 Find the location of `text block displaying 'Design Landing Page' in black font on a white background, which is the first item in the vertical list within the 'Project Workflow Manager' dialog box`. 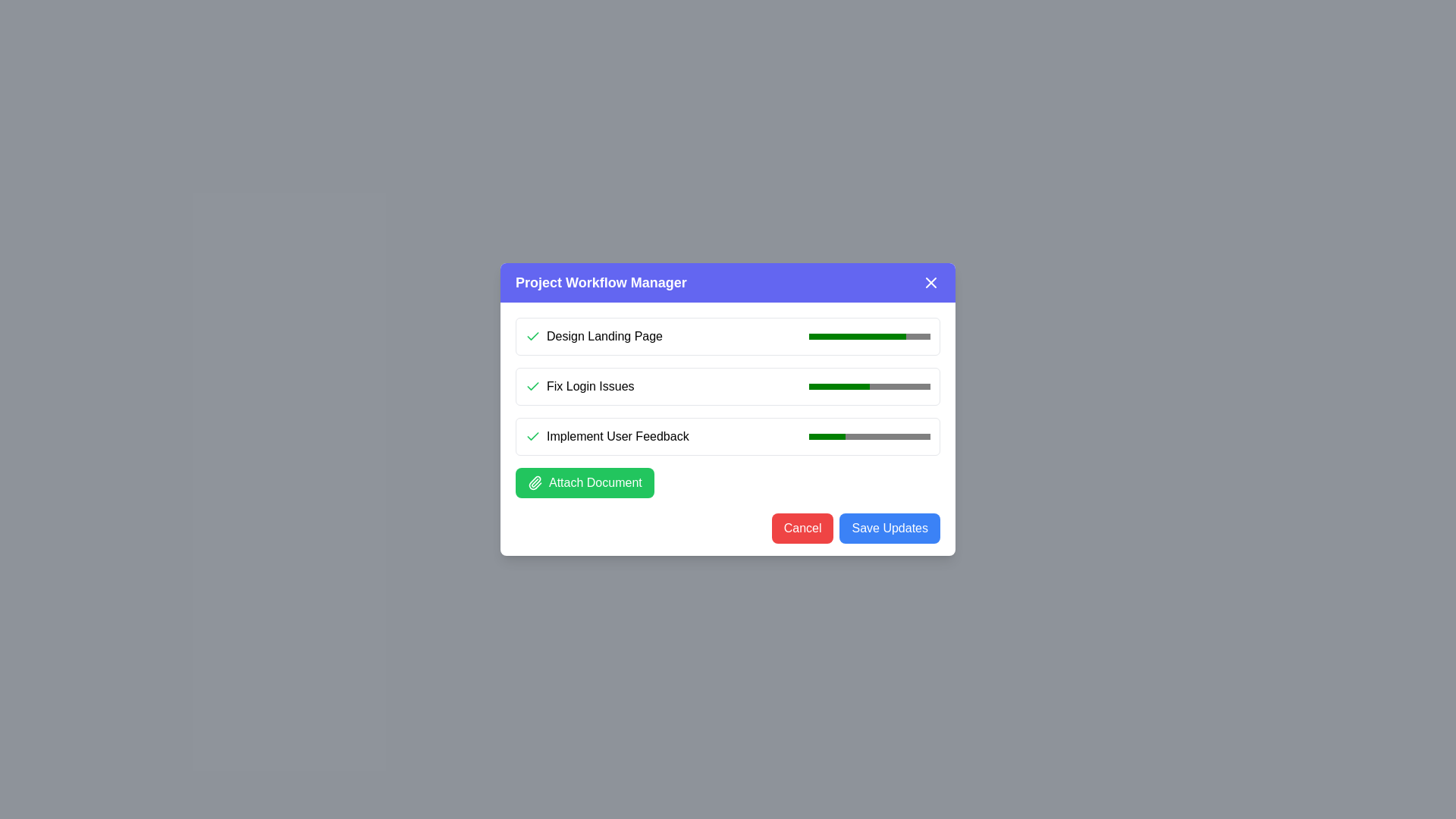

text block displaying 'Design Landing Page' in black font on a white background, which is the first item in the vertical list within the 'Project Workflow Manager' dialog box is located at coordinates (604, 335).